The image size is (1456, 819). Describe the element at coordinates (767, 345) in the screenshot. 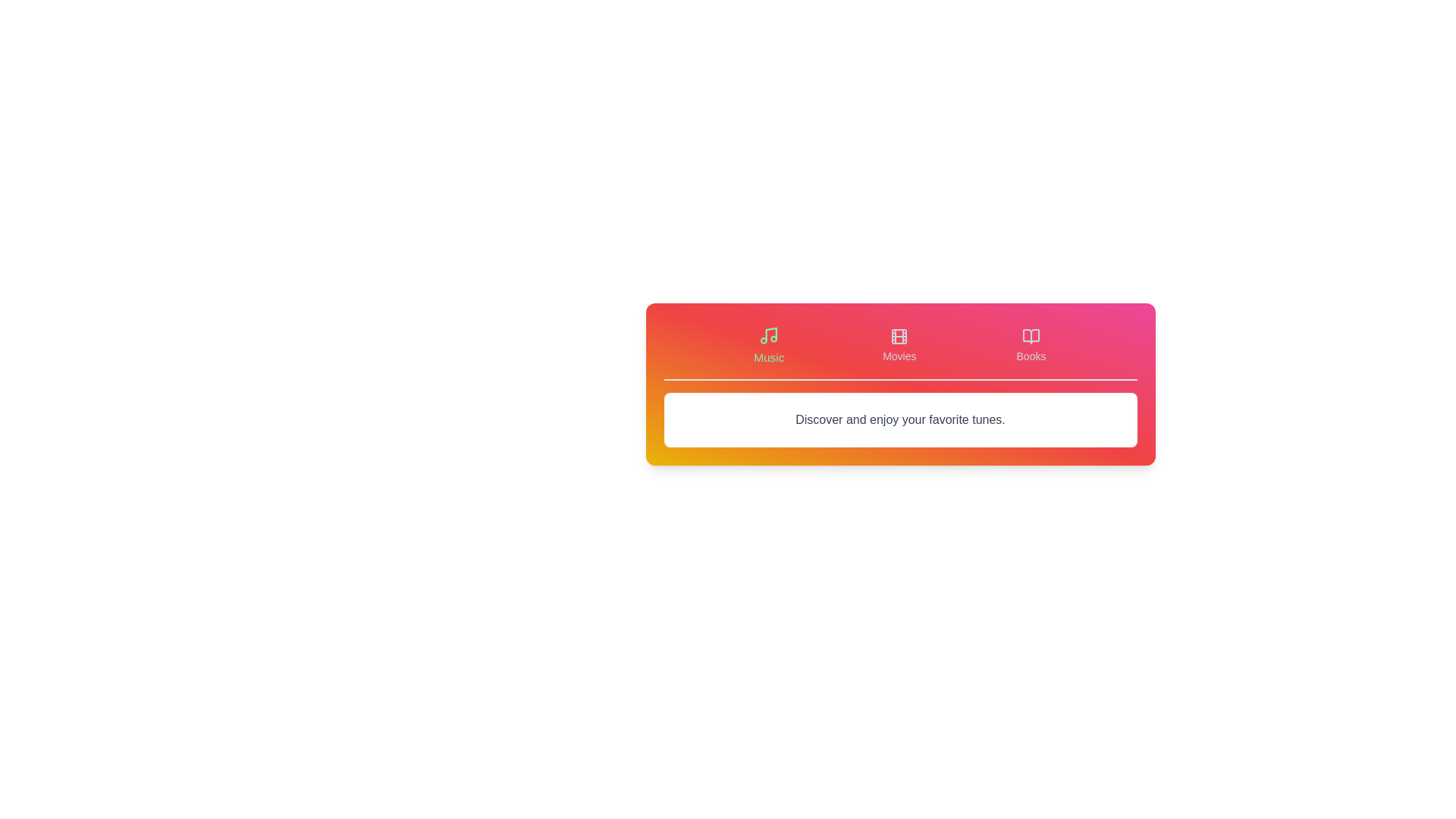

I see `the Music tab to view its content` at that location.